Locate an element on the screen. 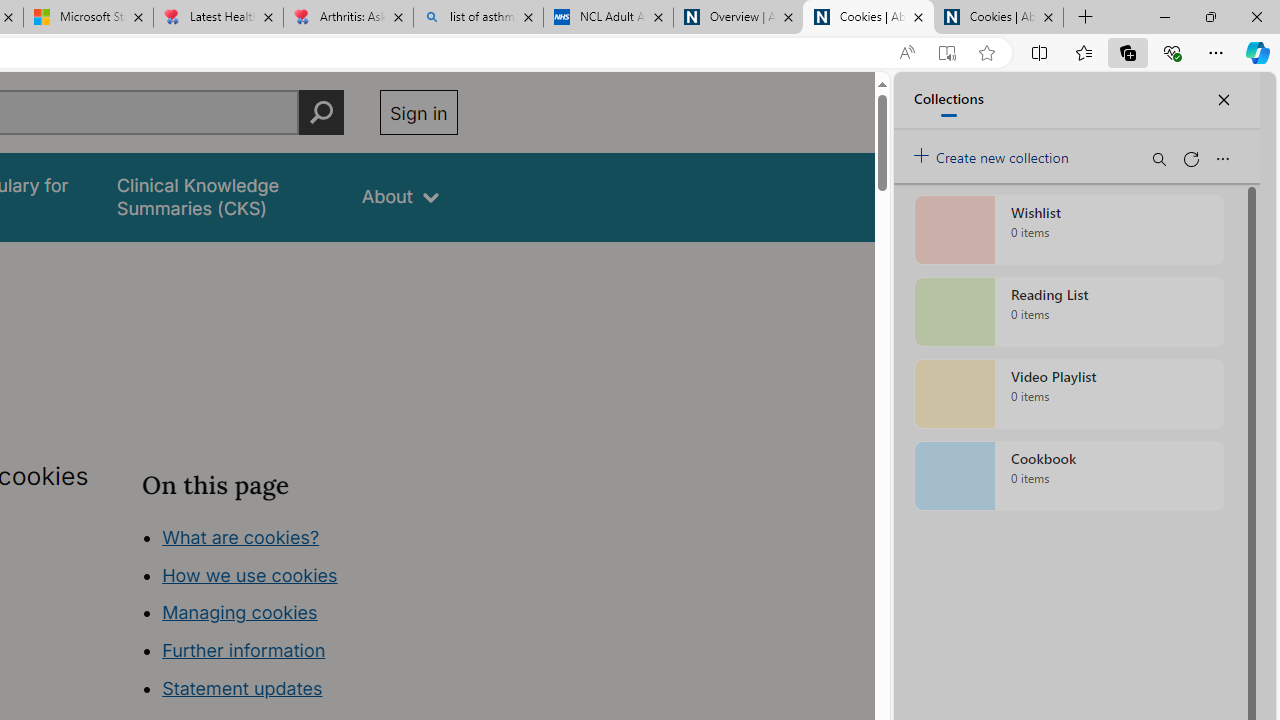 This screenshot has width=1280, height=720. 'list of asthma inhalers uk - Search' is located at coordinates (477, 17).